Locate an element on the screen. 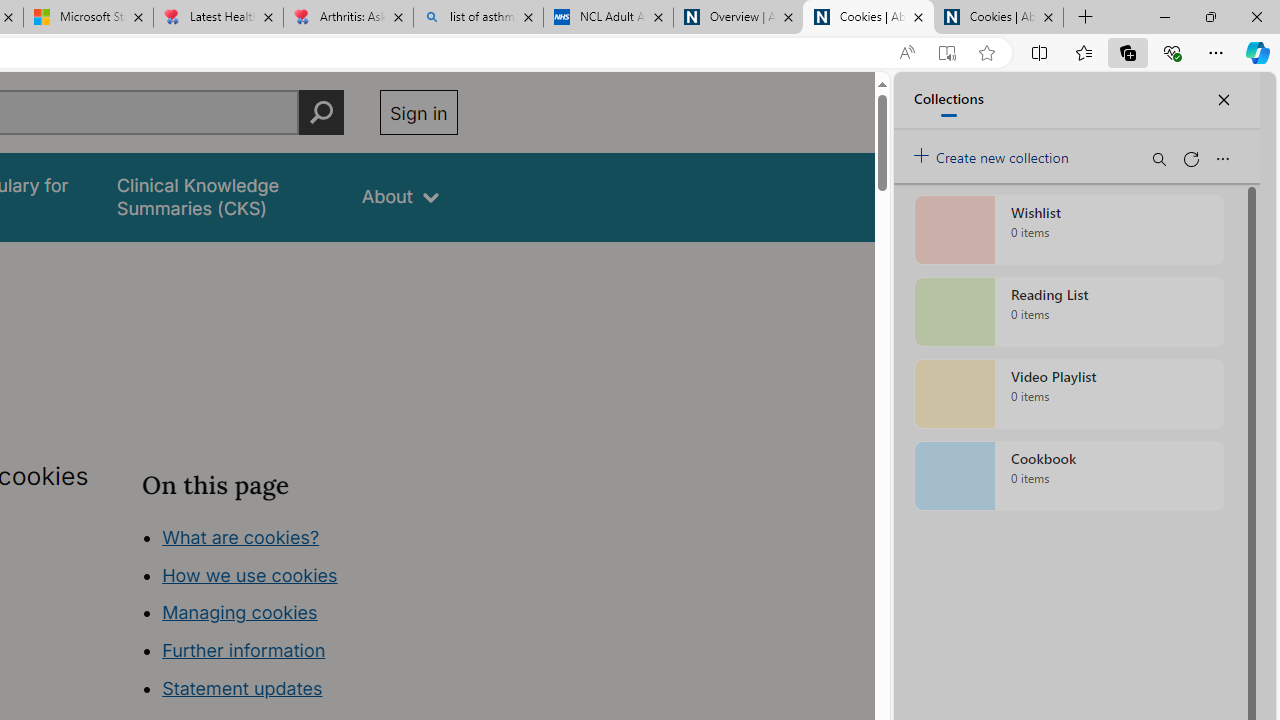 This screenshot has width=1280, height=720. 'list of asthma inhalers uk - Search' is located at coordinates (477, 17).